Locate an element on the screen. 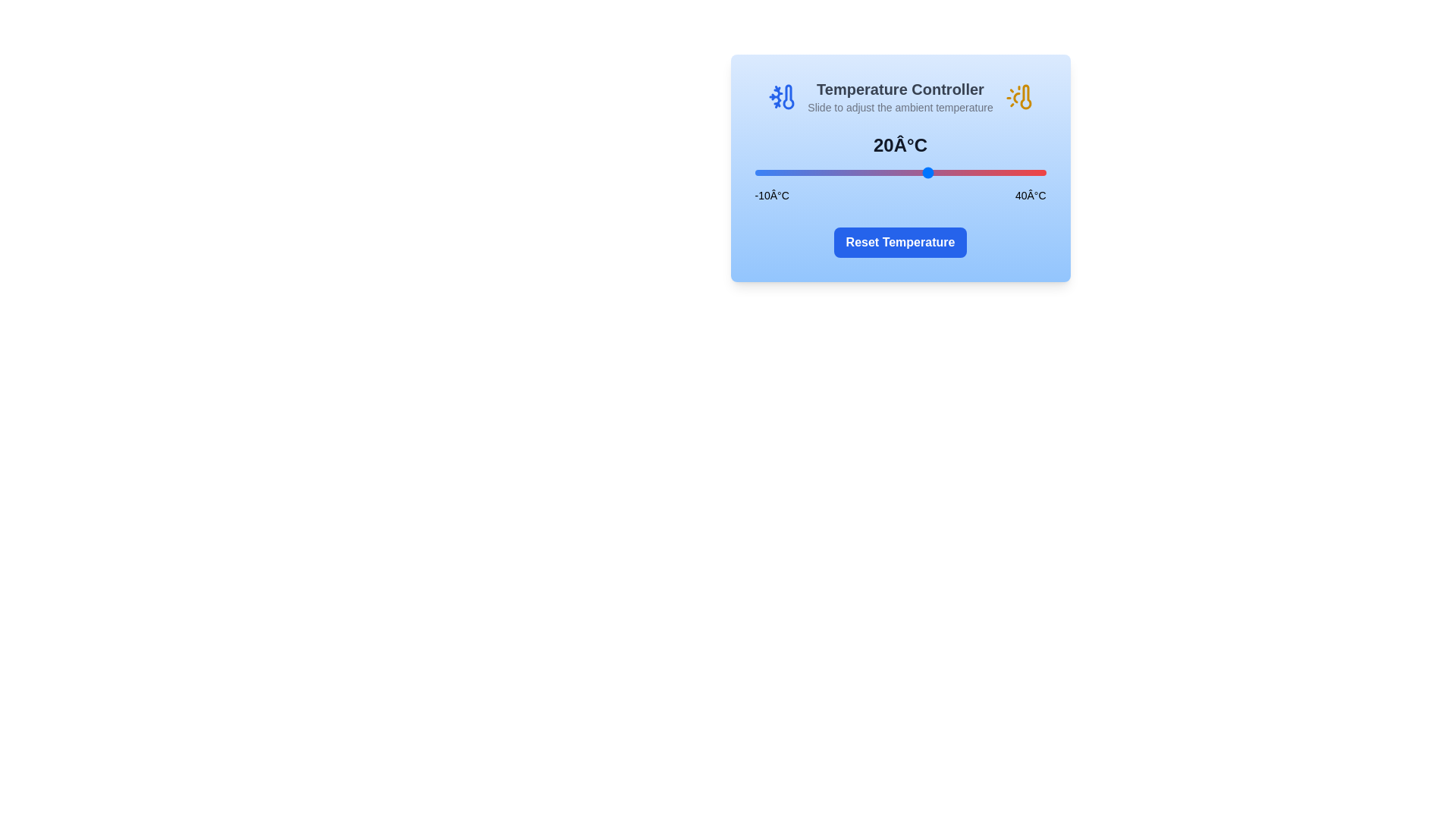 This screenshot has width=1456, height=819. the blue bulb-shaped element of the thermometer icon located in the header of the 'Temperature Controller' card is located at coordinates (789, 96).